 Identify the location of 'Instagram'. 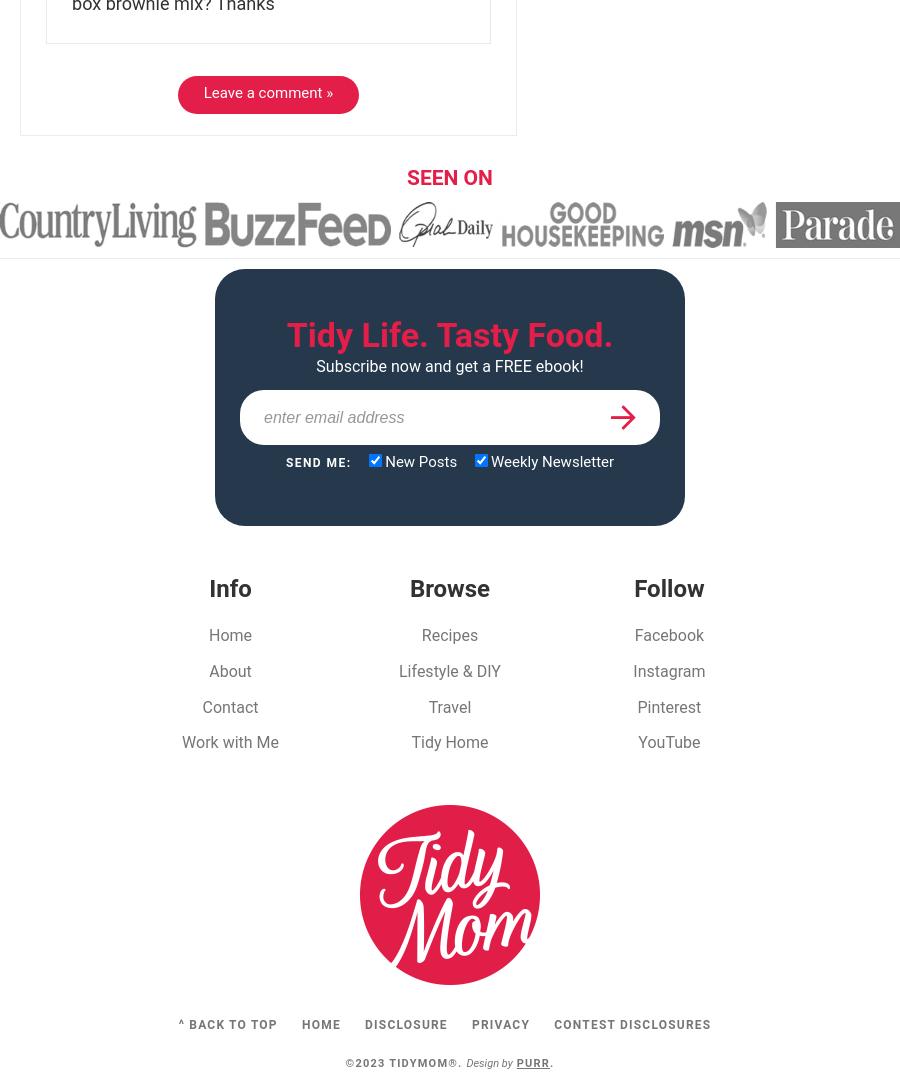
(668, 670).